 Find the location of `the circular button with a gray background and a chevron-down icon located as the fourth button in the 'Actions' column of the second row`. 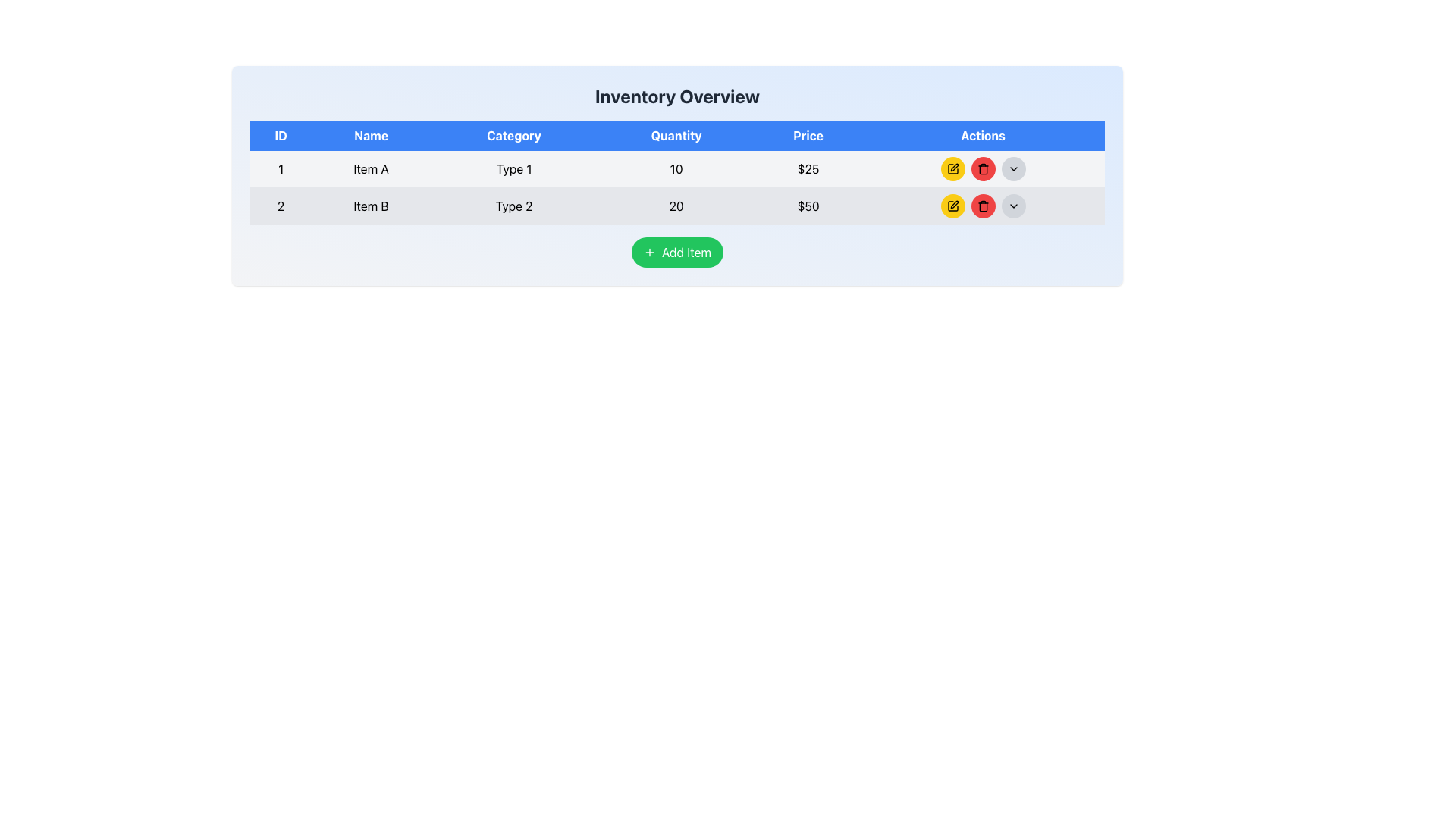

the circular button with a gray background and a chevron-down icon located as the fourth button in the 'Actions' column of the second row is located at coordinates (1012, 169).